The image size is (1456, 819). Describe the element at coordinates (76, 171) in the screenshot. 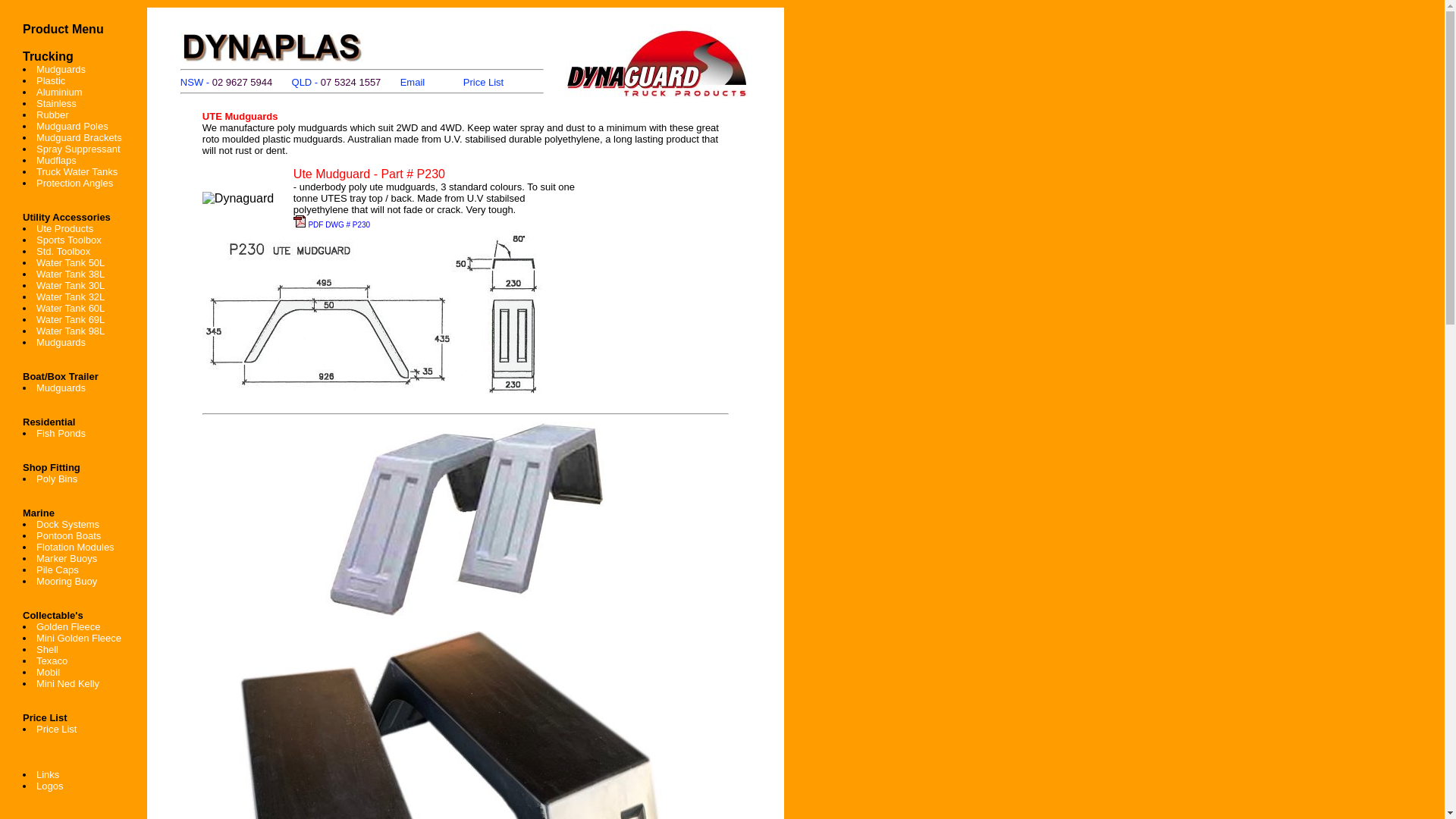

I see `'Truck Water Tanks'` at that location.